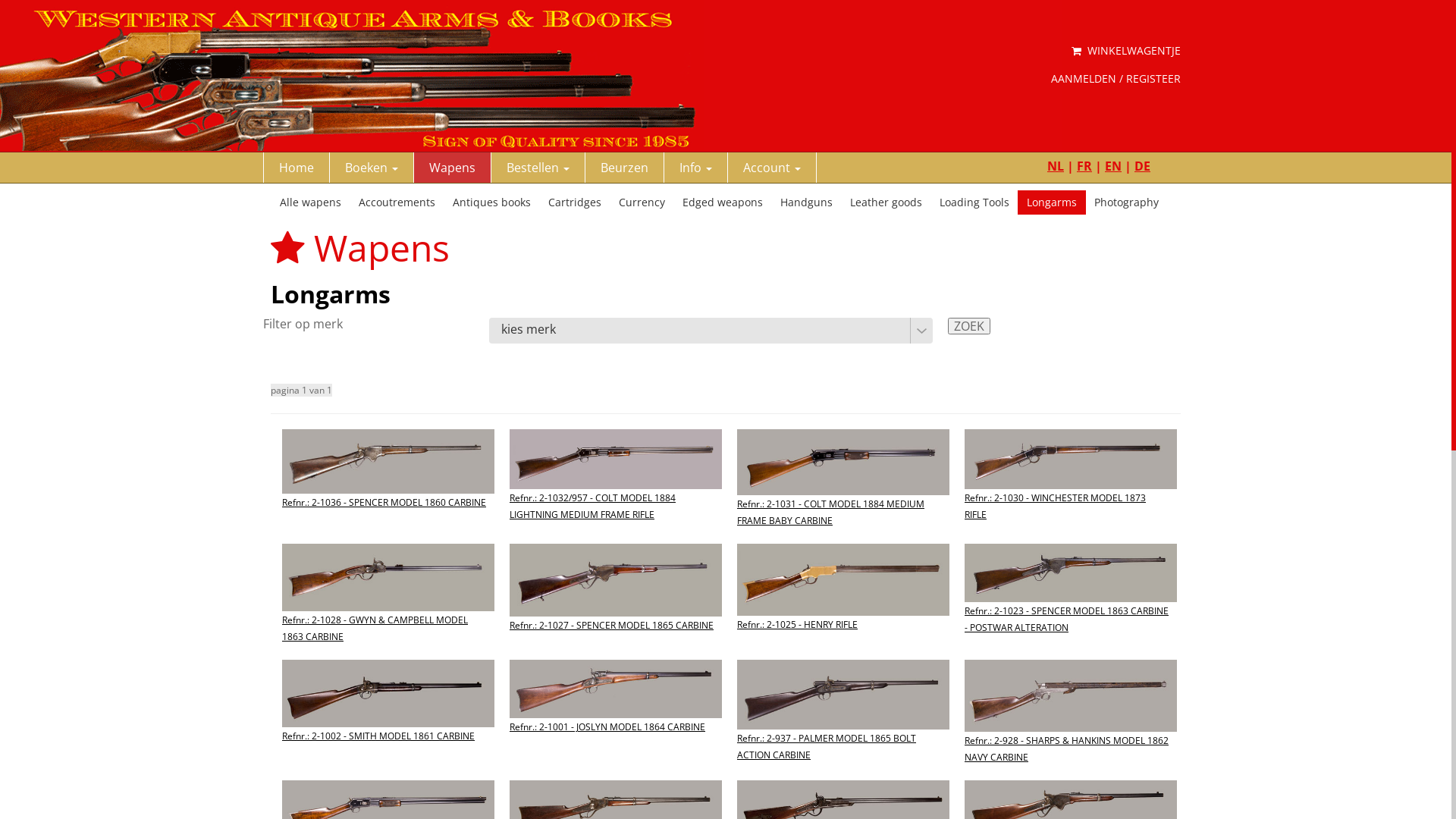 This screenshot has height=819, width=1456. What do you see at coordinates (664, 167) in the screenshot?
I see `'Info'` at bounding box center [664, 167].